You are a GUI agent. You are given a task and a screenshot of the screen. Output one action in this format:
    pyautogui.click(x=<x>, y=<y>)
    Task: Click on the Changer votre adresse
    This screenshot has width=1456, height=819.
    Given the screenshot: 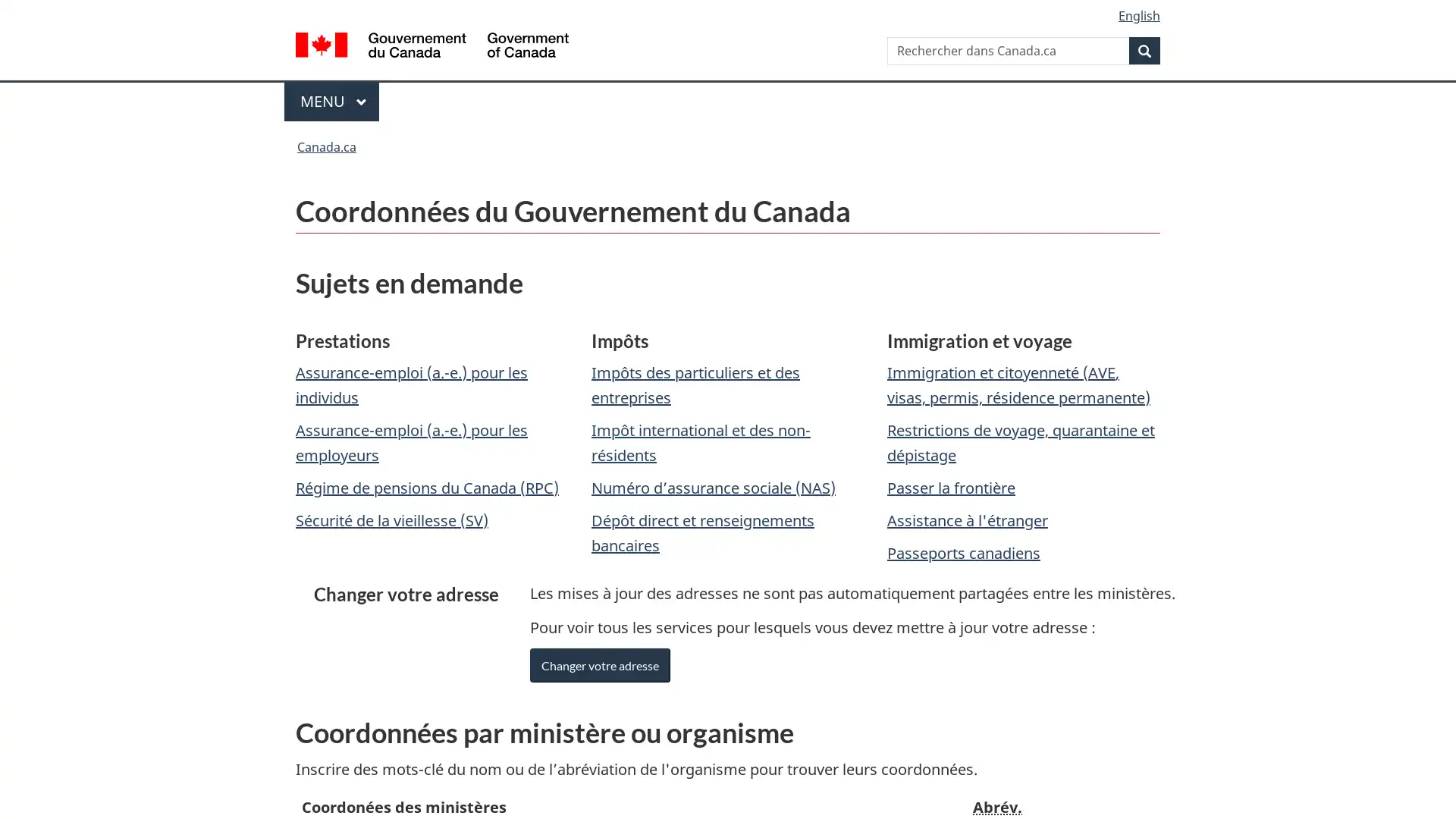 What is the action you would take?
    pyautogui.click(x=599, y=664)
    